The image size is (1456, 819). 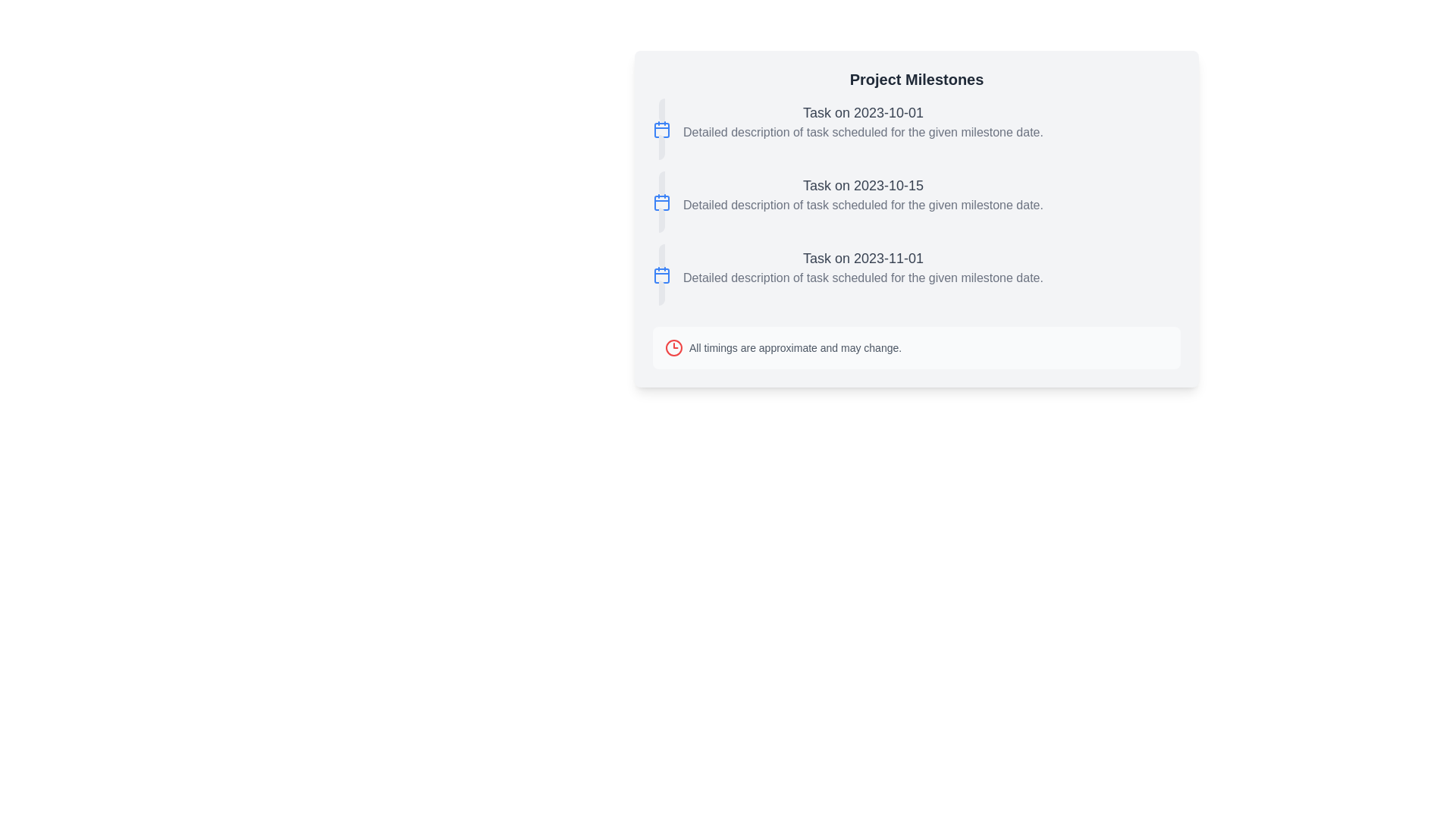 I want to click on the second task entry in the 'Project Milestones' list, which details the title and description of a scheduled task, so click(x=916, y=201).